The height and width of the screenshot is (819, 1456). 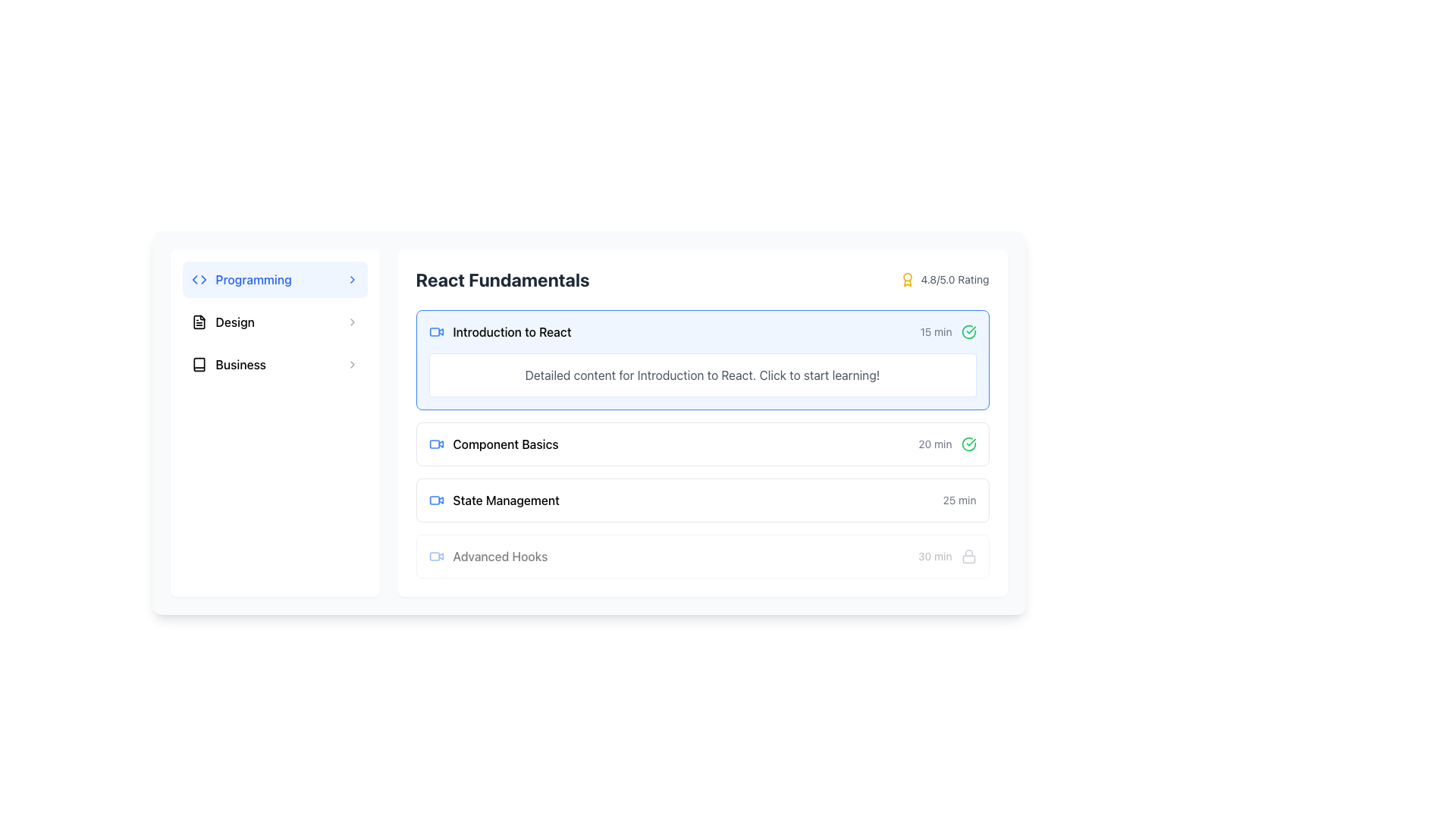 I want to click on the locked course module indicator for 'Advanced Hooks' located at the far-right end of its row, so click(x=946, y=556).